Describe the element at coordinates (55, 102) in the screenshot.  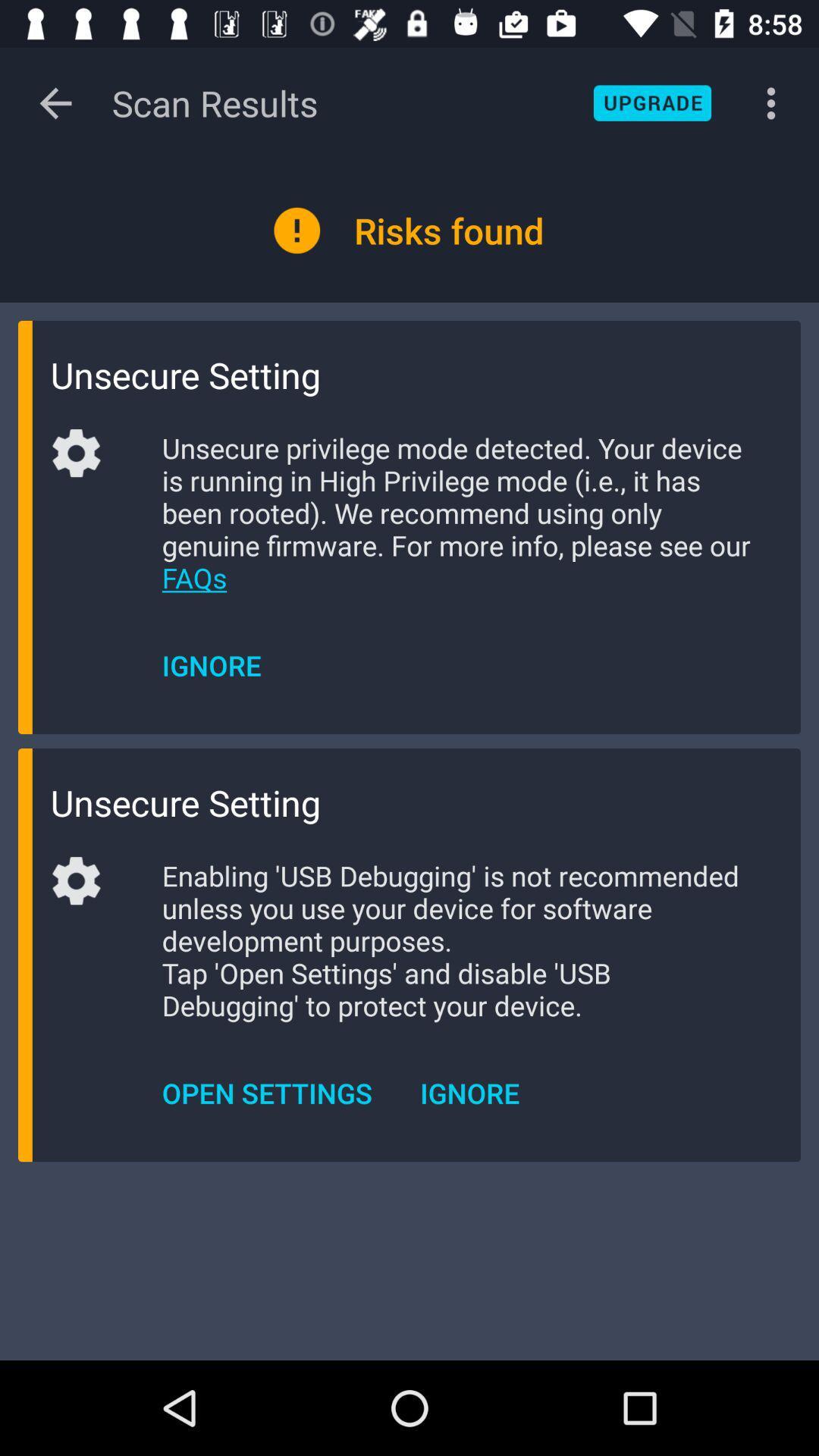
I see `the item to the left of the scan results` at that location.